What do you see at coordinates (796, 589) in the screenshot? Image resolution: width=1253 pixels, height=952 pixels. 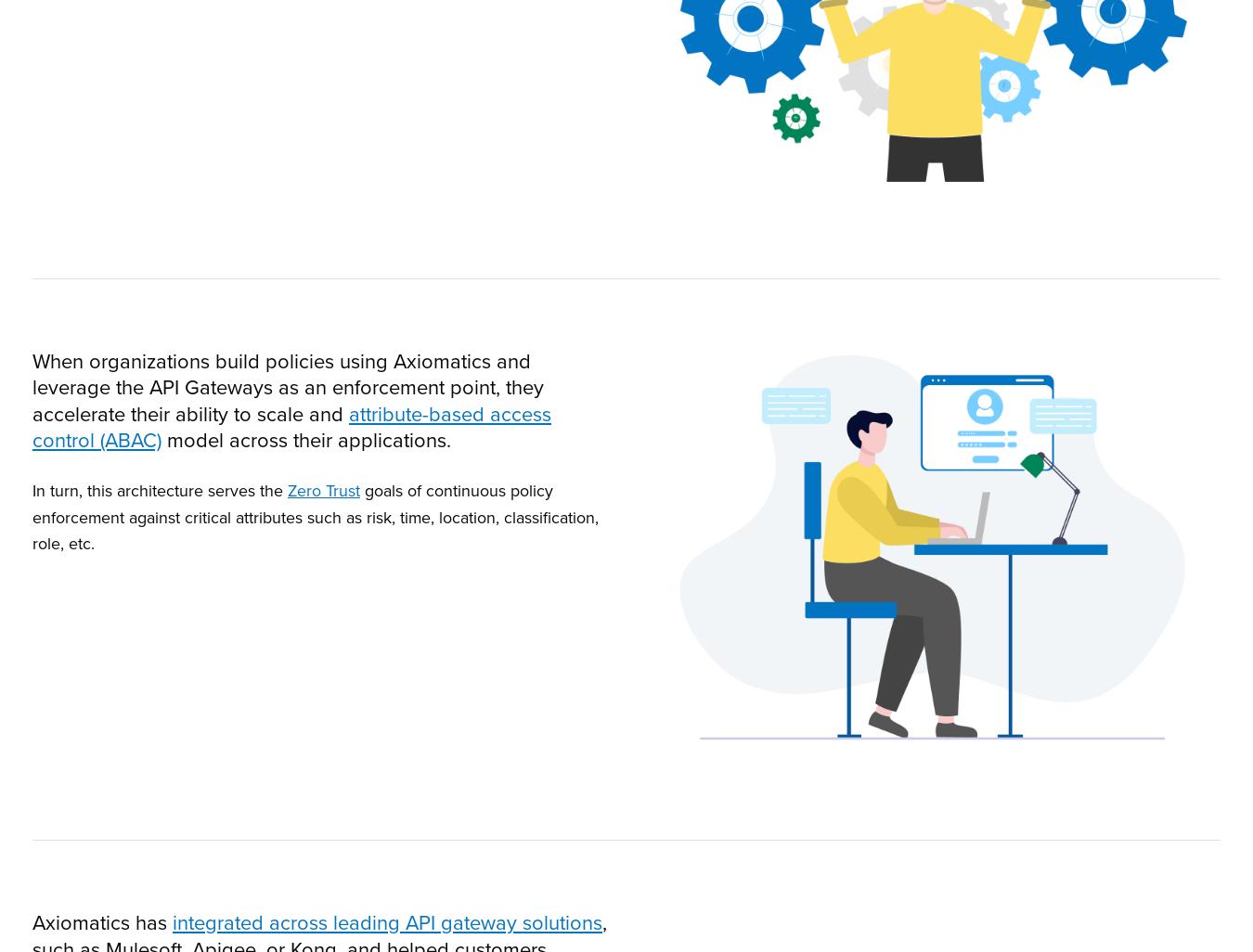 I see `'White Papers'` at bounding box center [796, 589].